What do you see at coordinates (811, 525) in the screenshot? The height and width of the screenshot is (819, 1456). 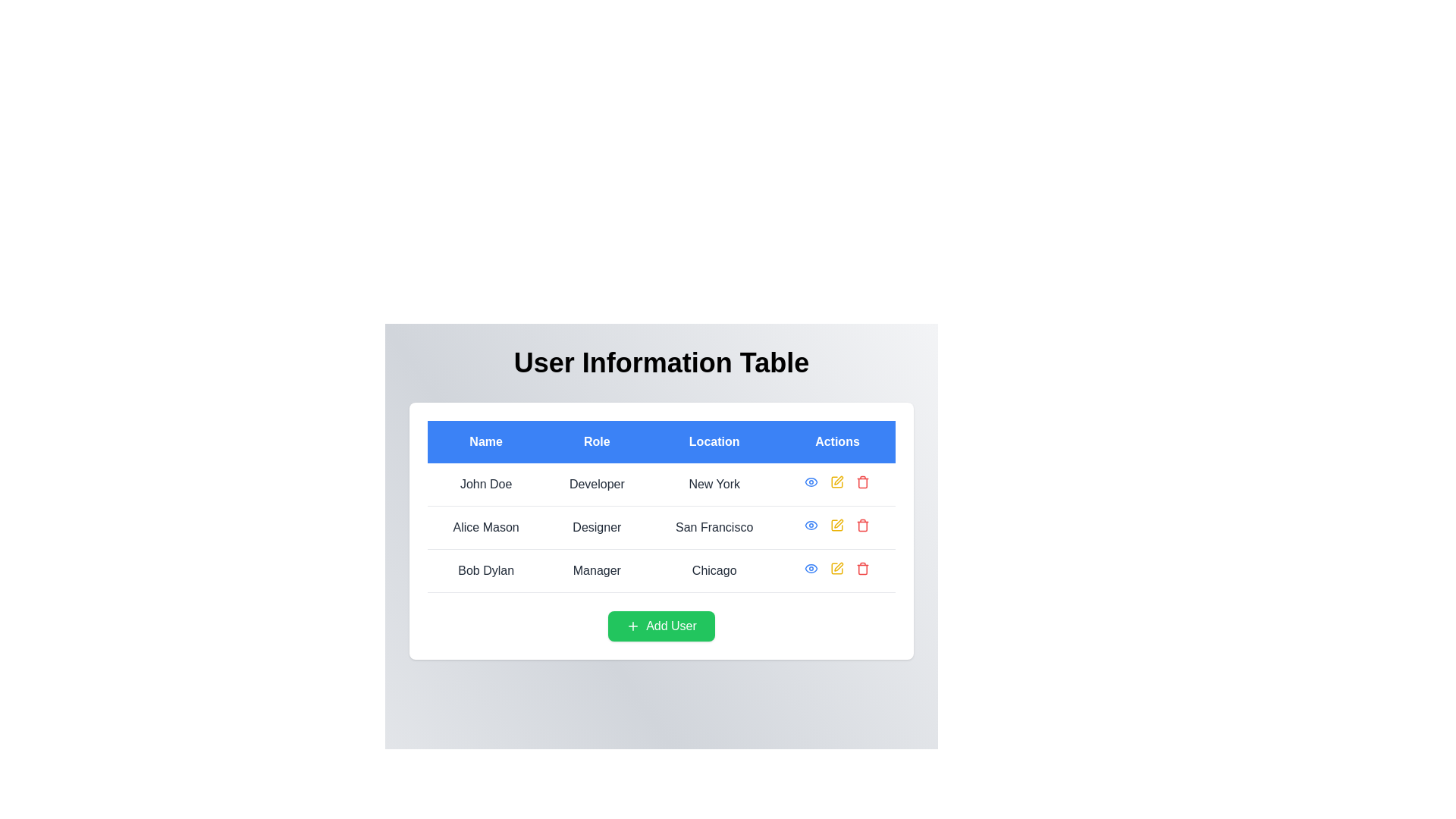 I see `the eye-shaped icon button with a blue outline located in the 'Actions' column of the second row of the user information table to change its color to a darker blue` at bounding box center [811, 525].